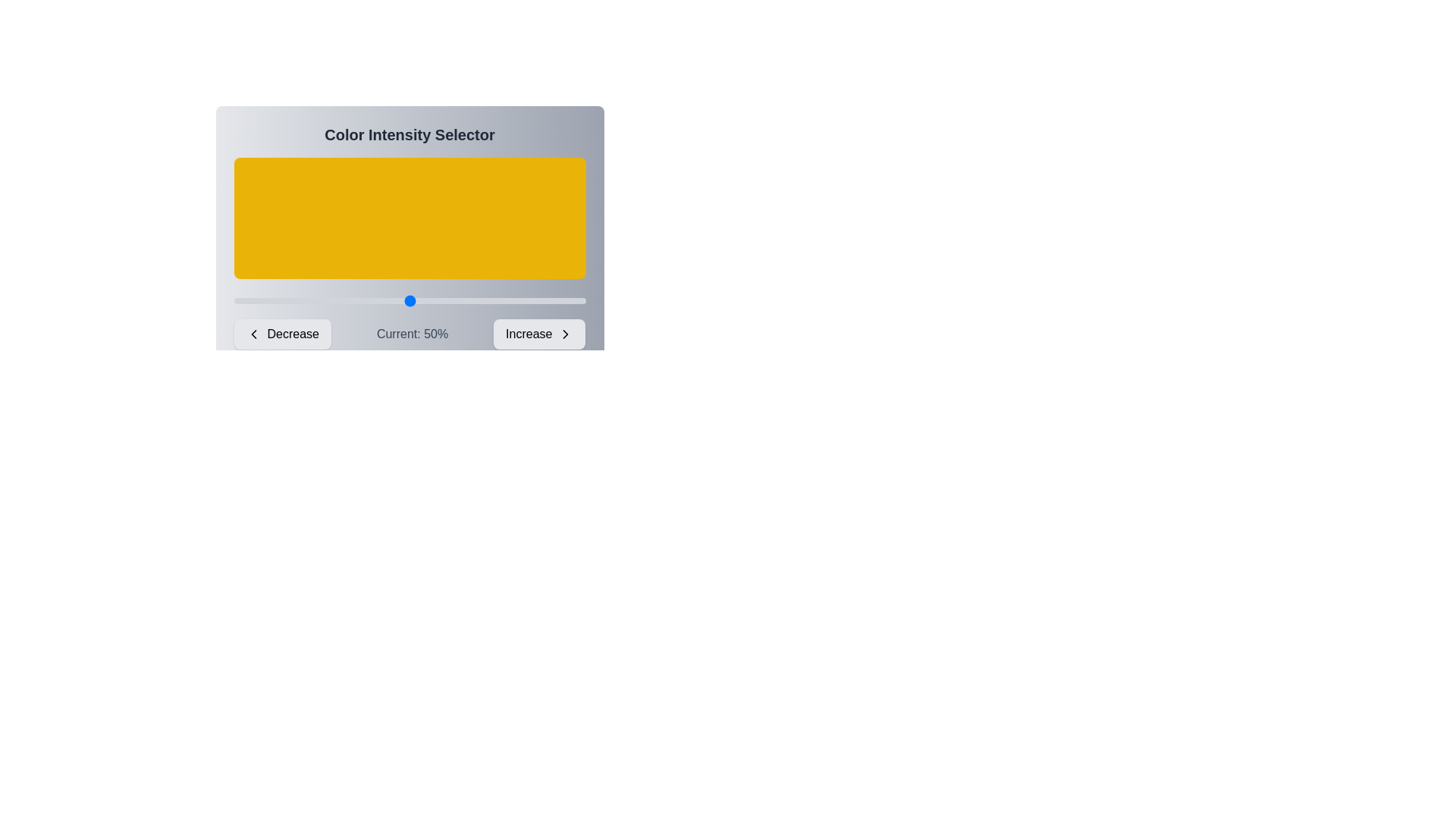 This screenshot has height=819, width=1456. I want to click on color intensity, so click(462, 301).